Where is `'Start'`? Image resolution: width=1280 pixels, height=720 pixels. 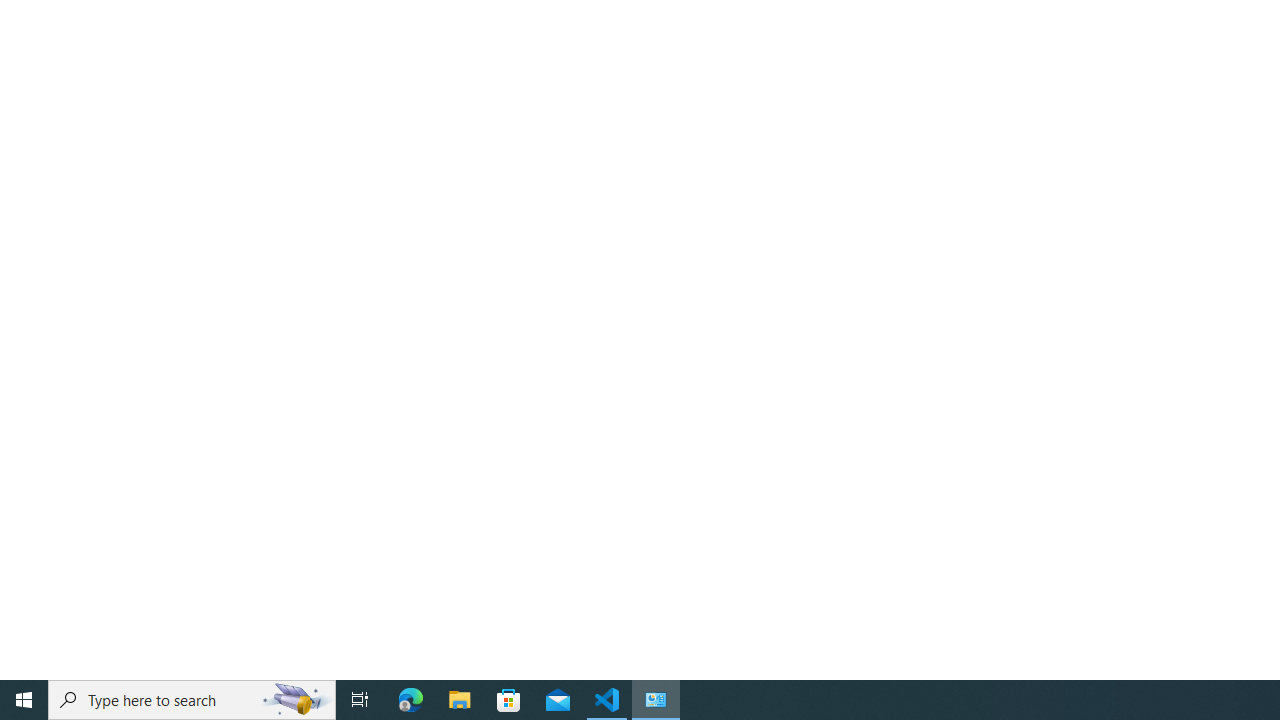
'Start' is located at coordinates (24, 698).